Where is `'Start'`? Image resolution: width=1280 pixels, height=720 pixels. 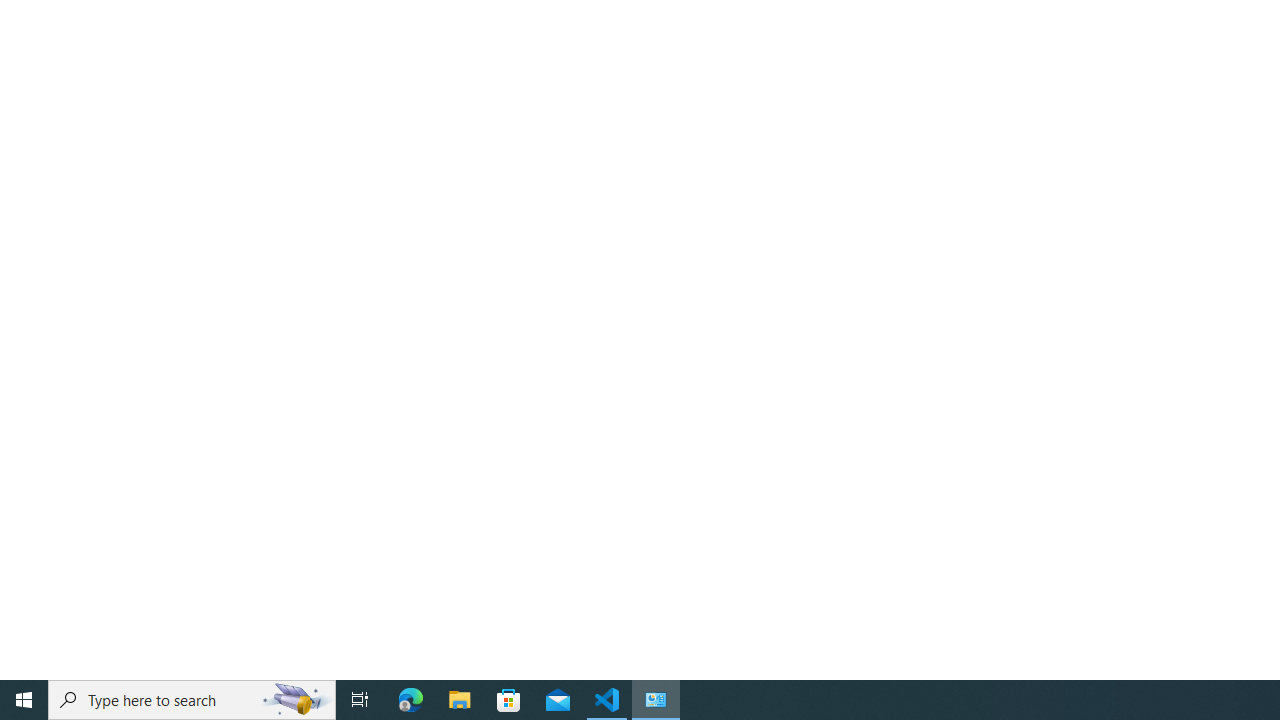
'Start' is located at coordinates (24, 698).